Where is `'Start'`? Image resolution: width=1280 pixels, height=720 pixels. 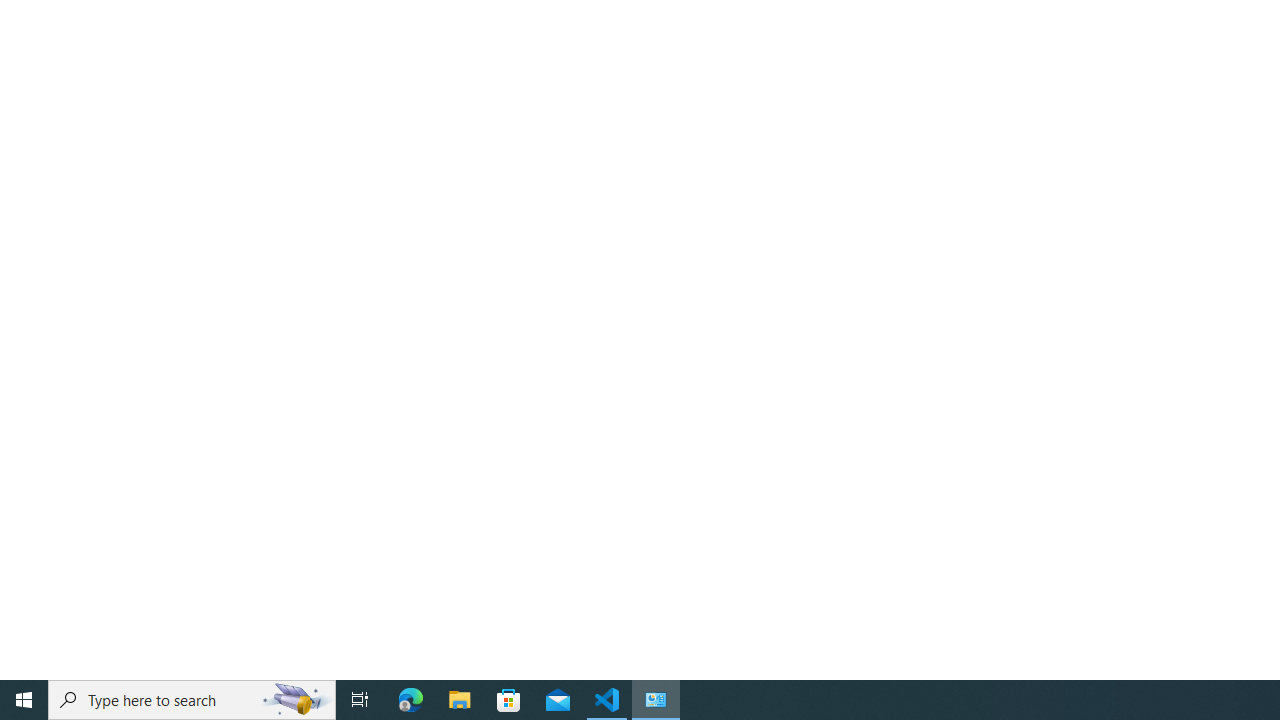
'Start' is located at coordinates (24, 698).